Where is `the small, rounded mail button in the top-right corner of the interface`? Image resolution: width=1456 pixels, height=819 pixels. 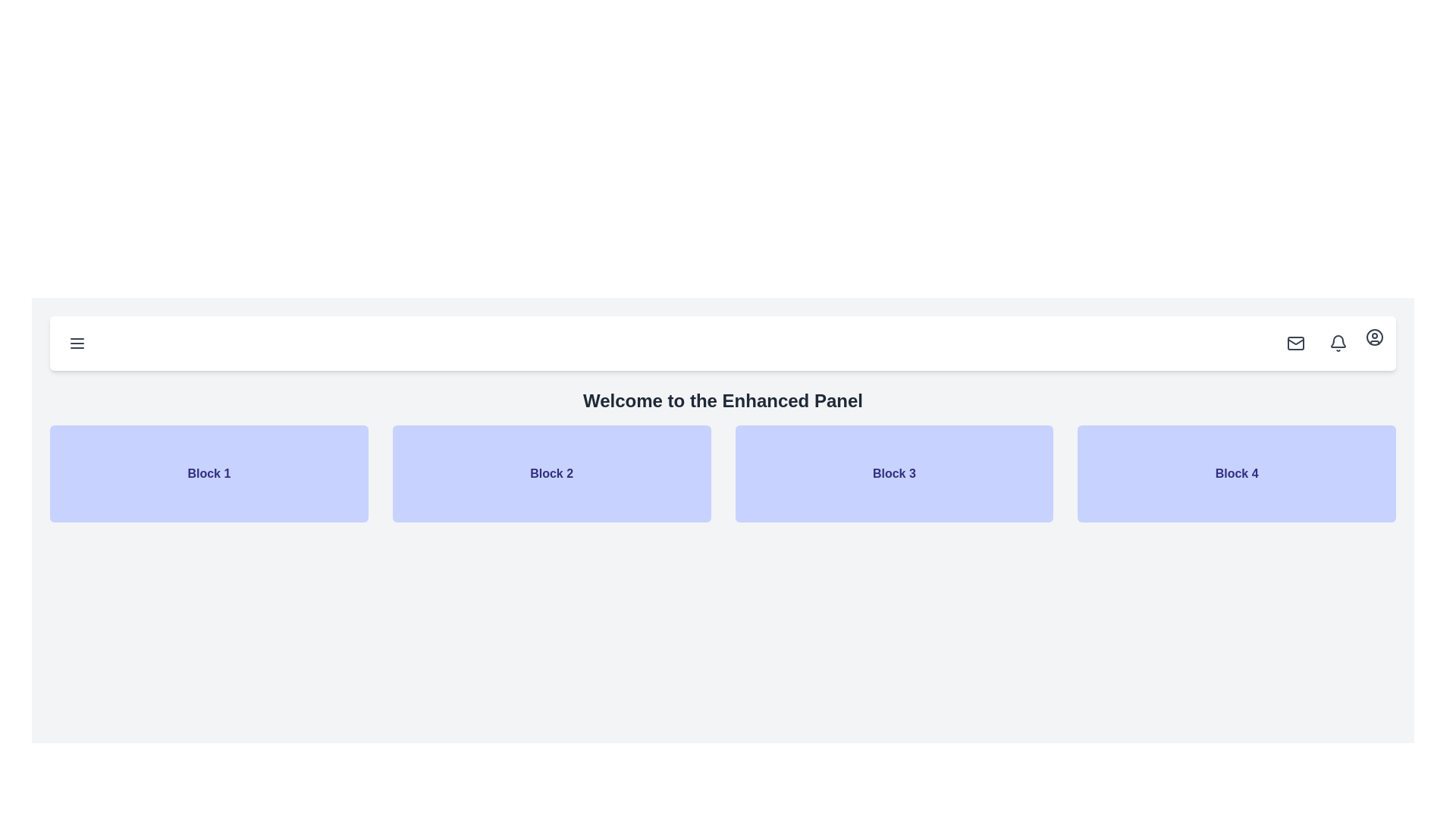 the small, rounded mail button in the top-right corner of the interface is located at coordinates (1294, 343).